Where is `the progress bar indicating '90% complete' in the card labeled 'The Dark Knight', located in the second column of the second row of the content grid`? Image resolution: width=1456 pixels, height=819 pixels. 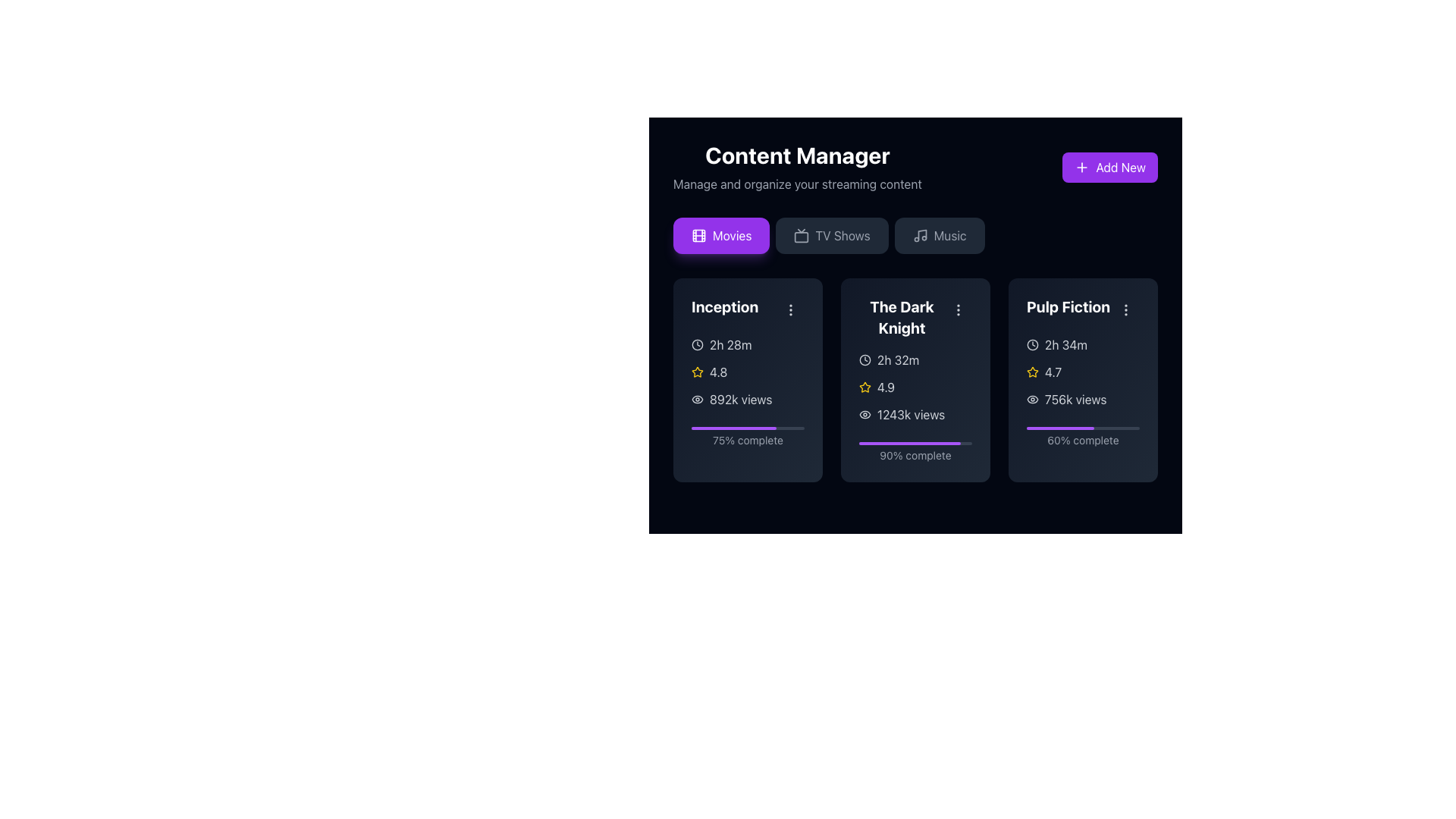
the progress bar indicating '90% complete' in the card labeled 'The Dark Knight', located in the second column of the second row of the content grid is located at coordinates (915, 444).